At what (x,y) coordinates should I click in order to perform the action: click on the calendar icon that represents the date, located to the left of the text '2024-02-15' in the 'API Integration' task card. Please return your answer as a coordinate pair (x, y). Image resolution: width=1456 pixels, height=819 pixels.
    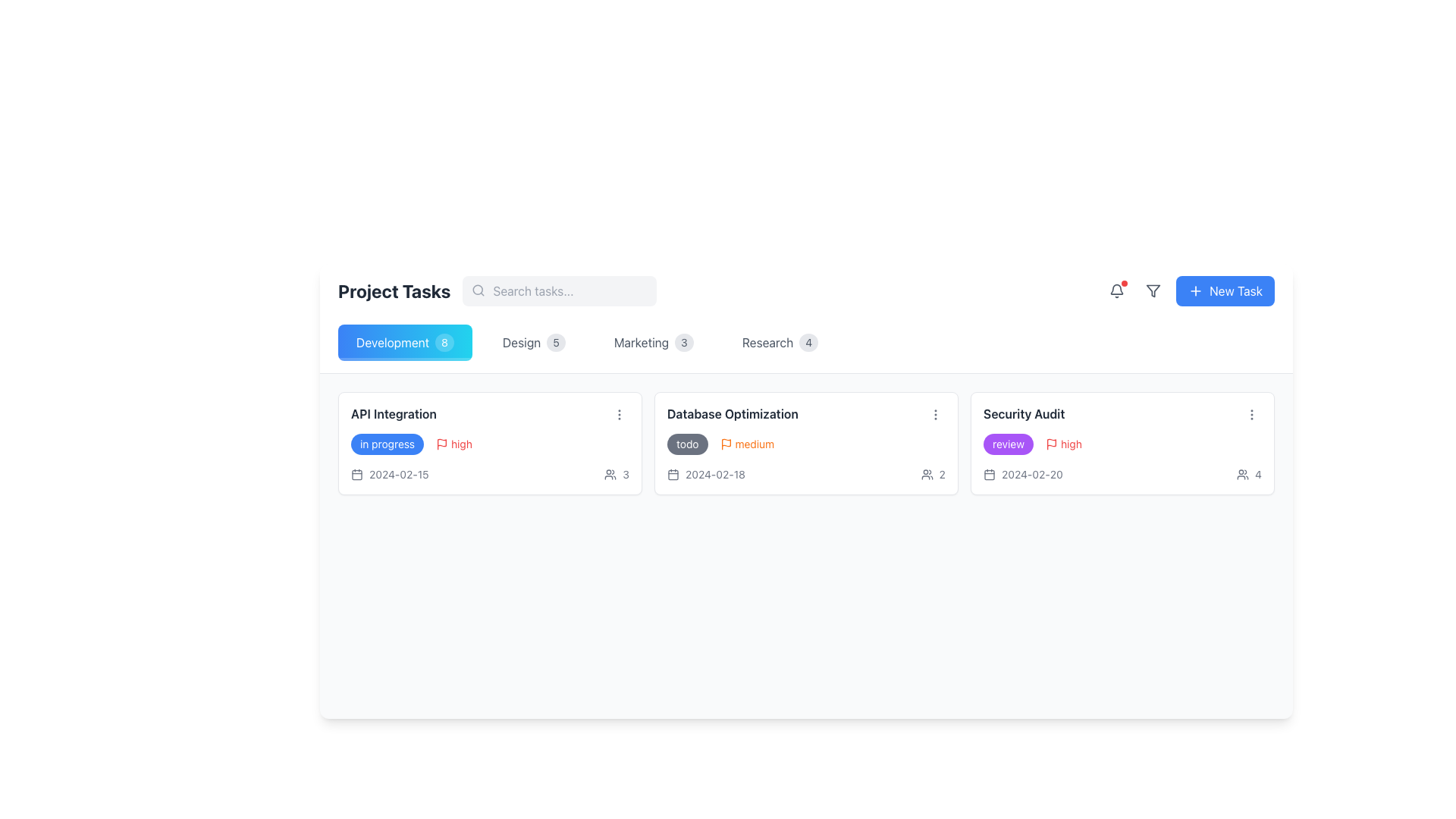
    Looking at the image, I should click on (356, 473).